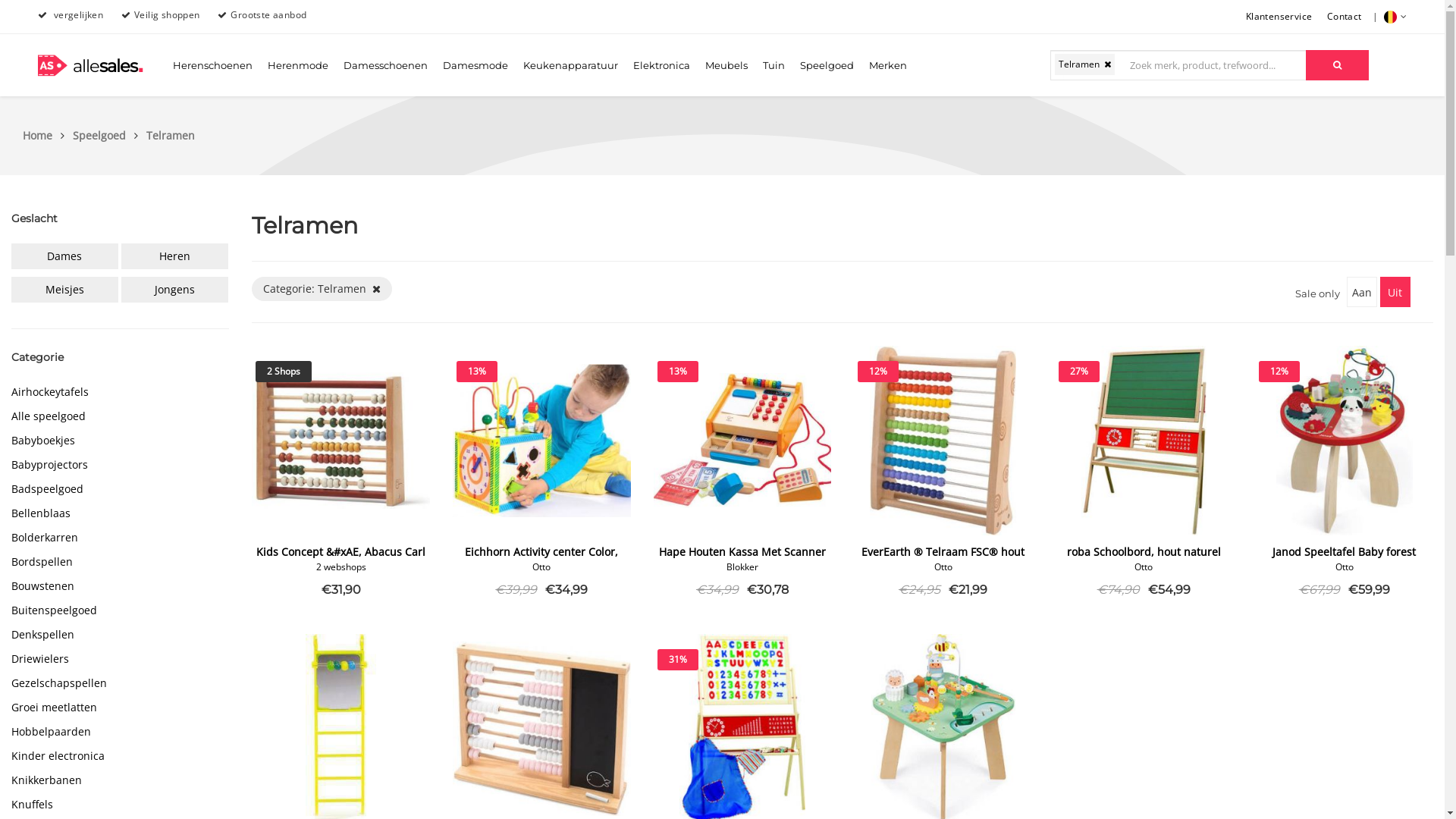 The width and height of the screenshot is (1456, 819). What do you see at coordinates (1361, 292) in the screenshot?
I see `'Aan'` at bounding box center [1361, 292].